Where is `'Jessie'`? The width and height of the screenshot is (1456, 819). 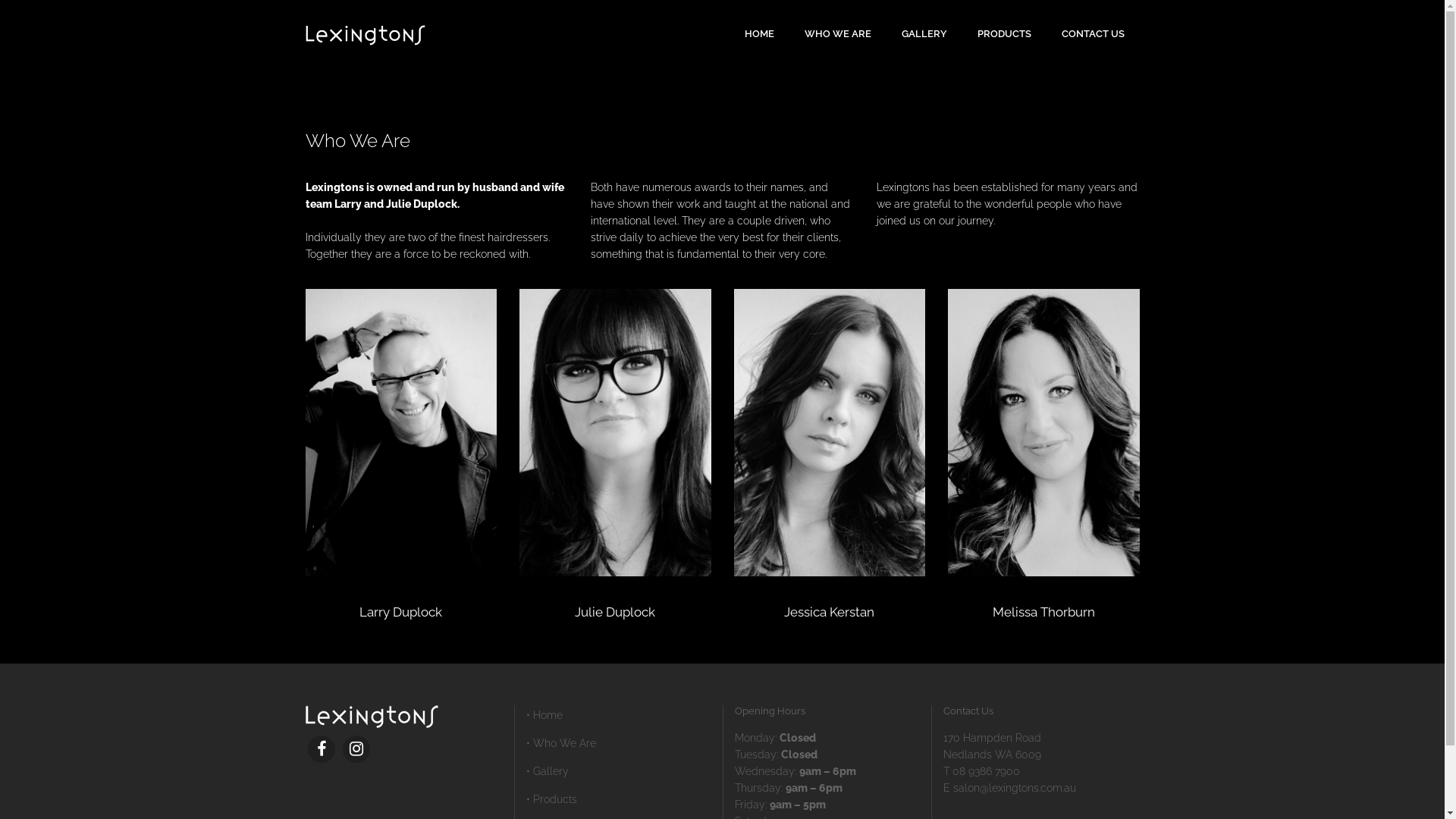 'Jessie' is located at coordinates (829, 432).